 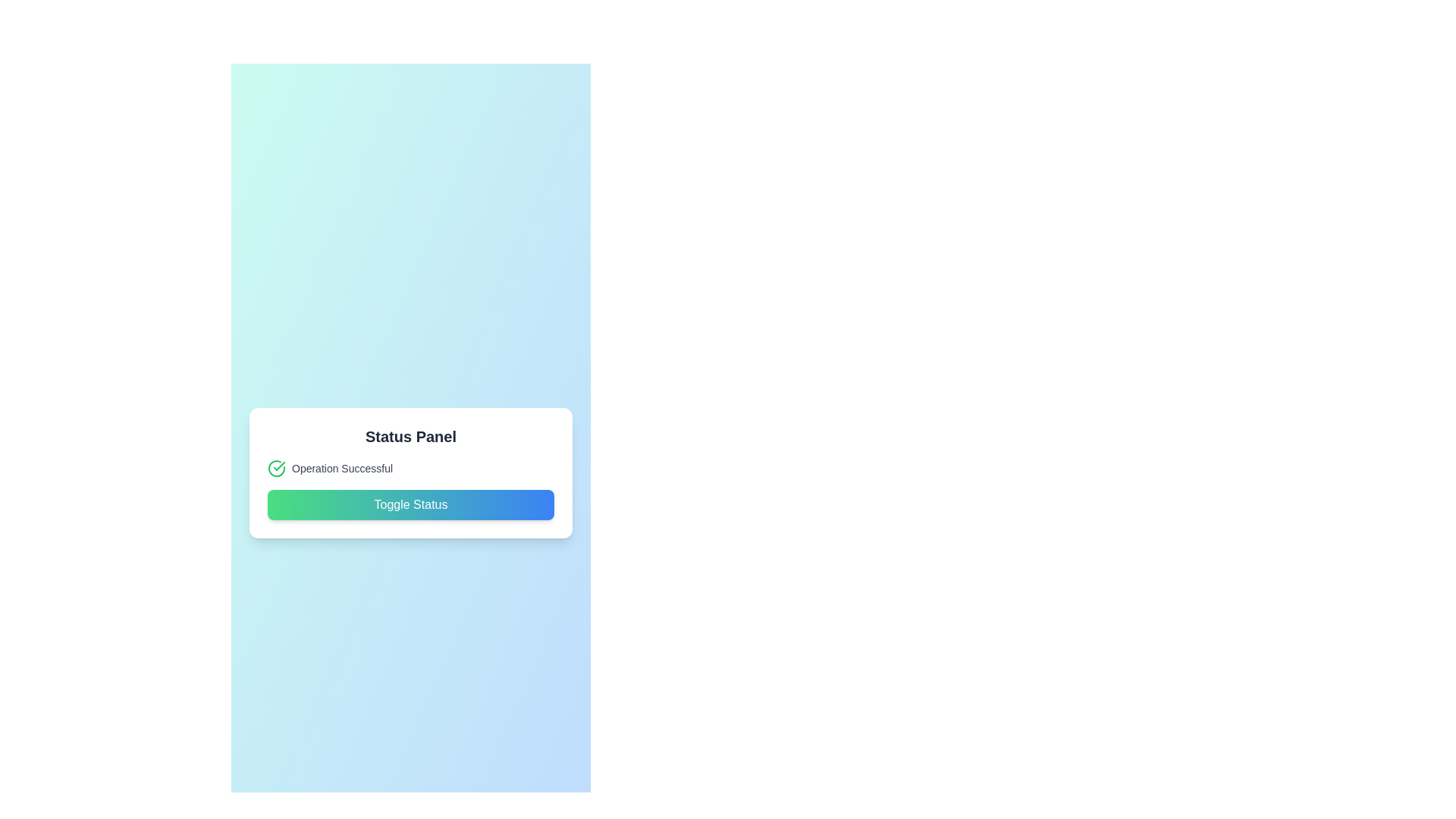 What do you see at coordinates (279, 465) in the screenshot?
I see `the green checkmark icon indicating a successful operation in the Status Panel located at the top-center of the card` at bounding box center [279, 465].